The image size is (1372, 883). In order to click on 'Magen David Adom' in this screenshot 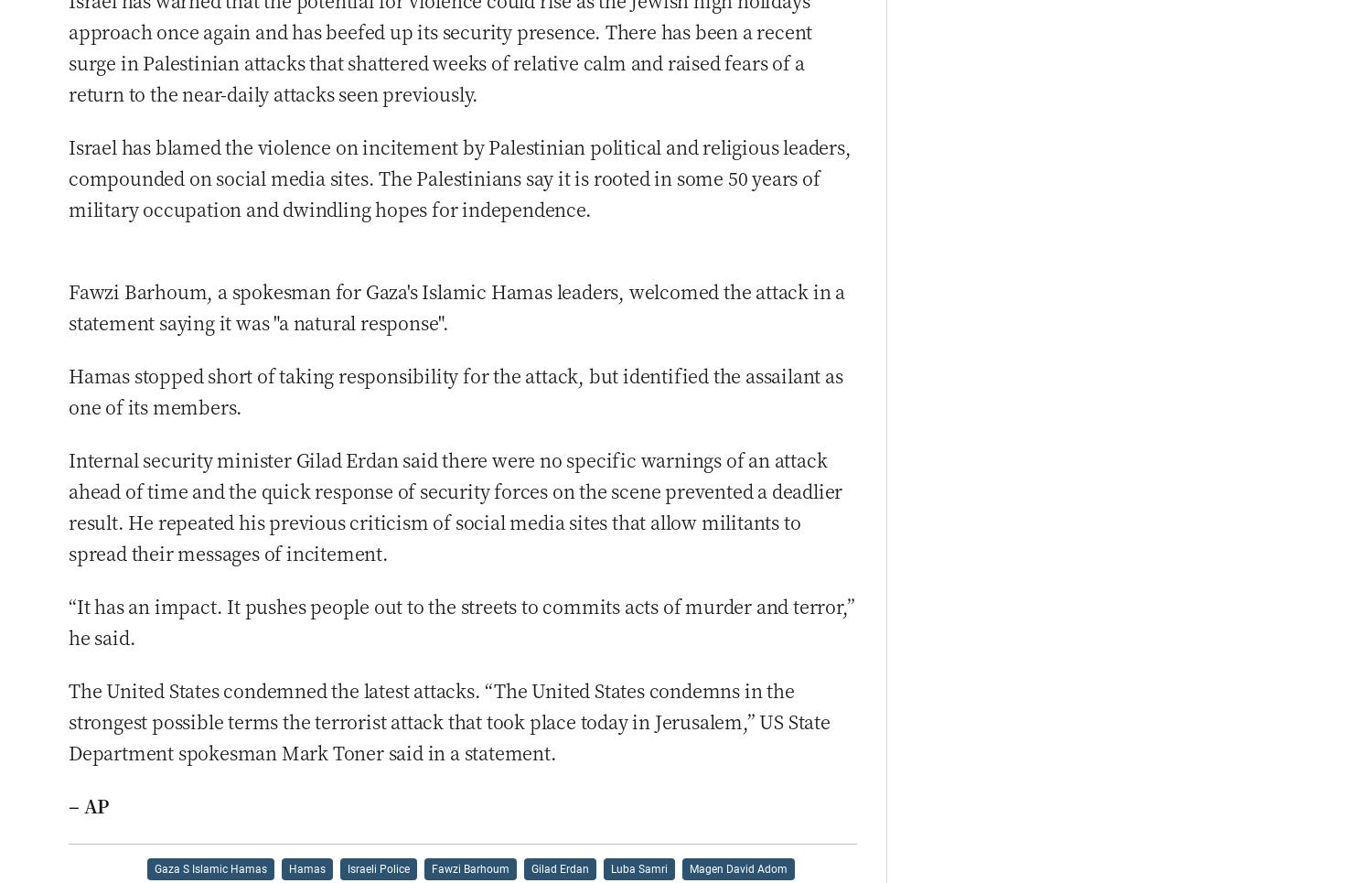, I will do `click(737, 867)`.